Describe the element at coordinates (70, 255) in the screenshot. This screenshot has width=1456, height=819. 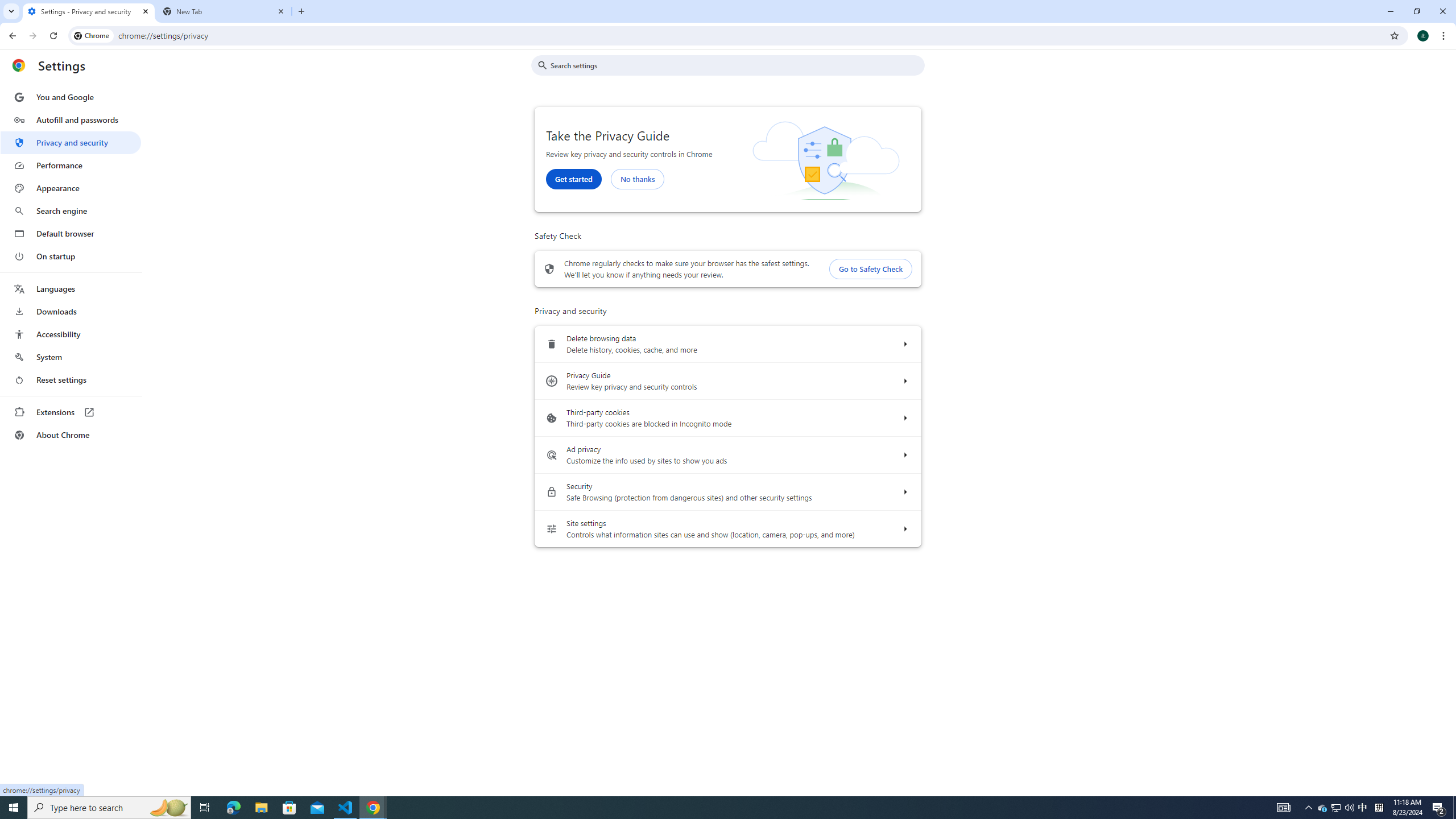
I see `'On startup'` at that location.